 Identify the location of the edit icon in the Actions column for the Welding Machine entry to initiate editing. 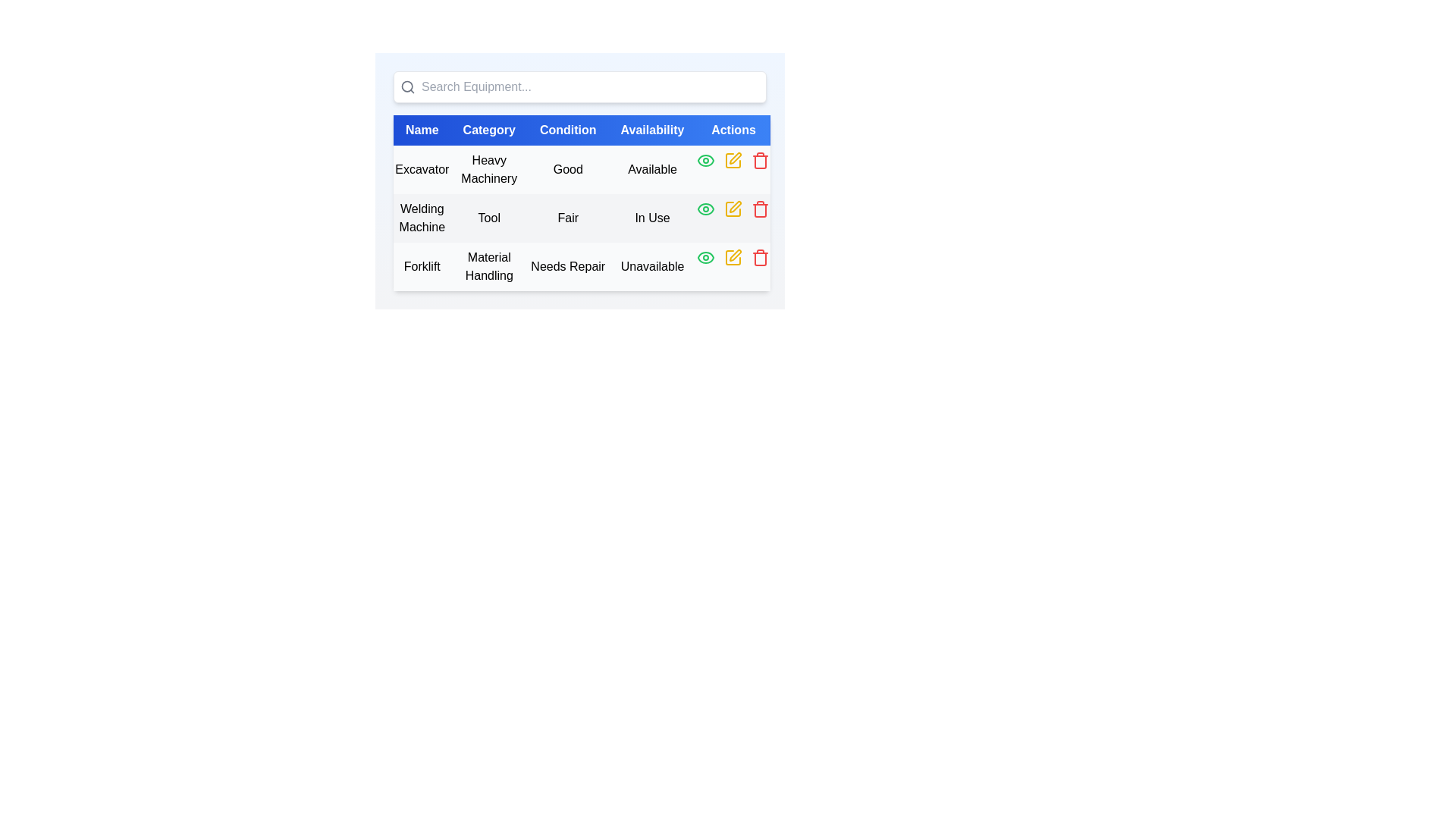
(733, 209).